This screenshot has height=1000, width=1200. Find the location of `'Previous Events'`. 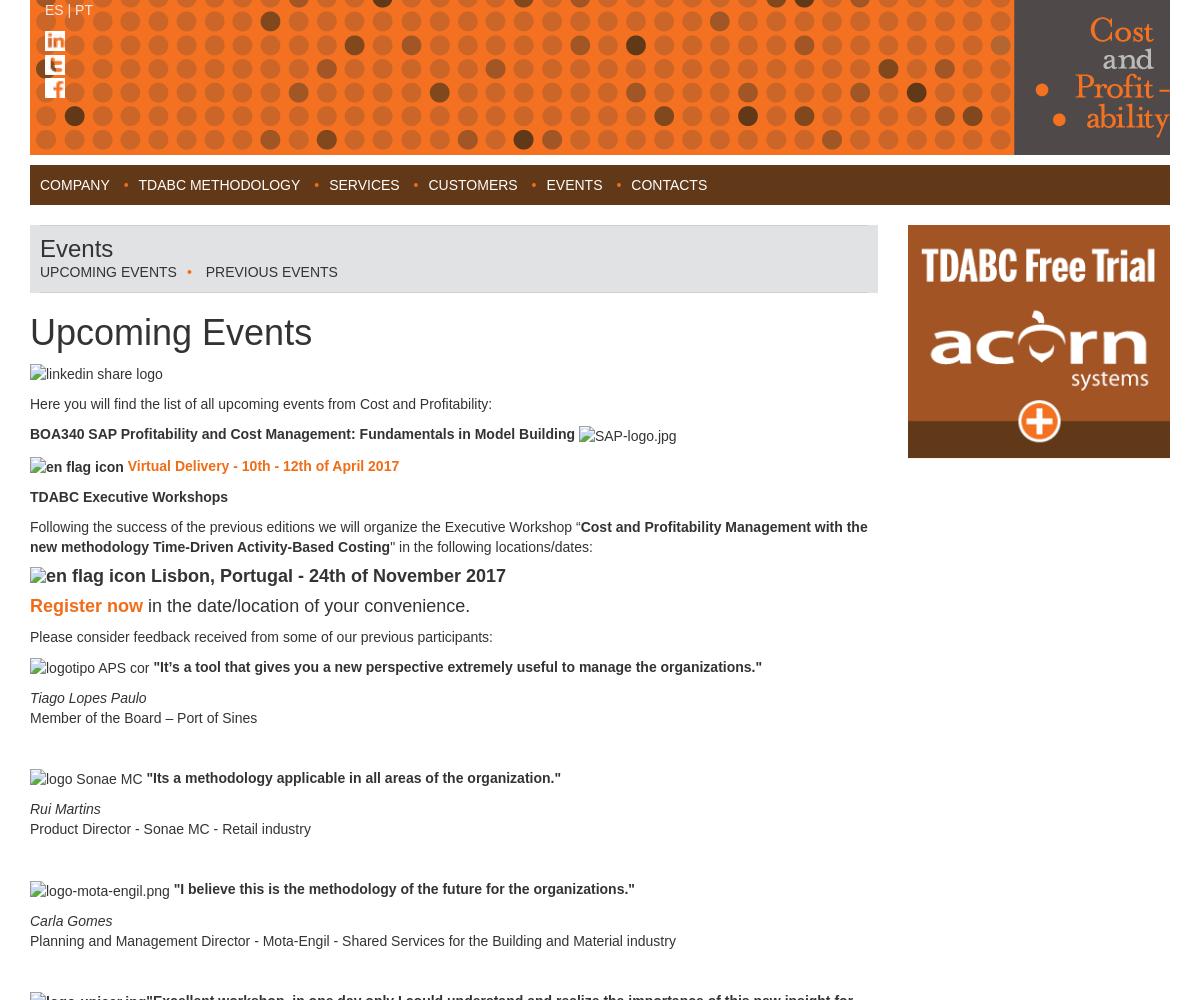

'Previous Events' is located at coordinates (269, 272).